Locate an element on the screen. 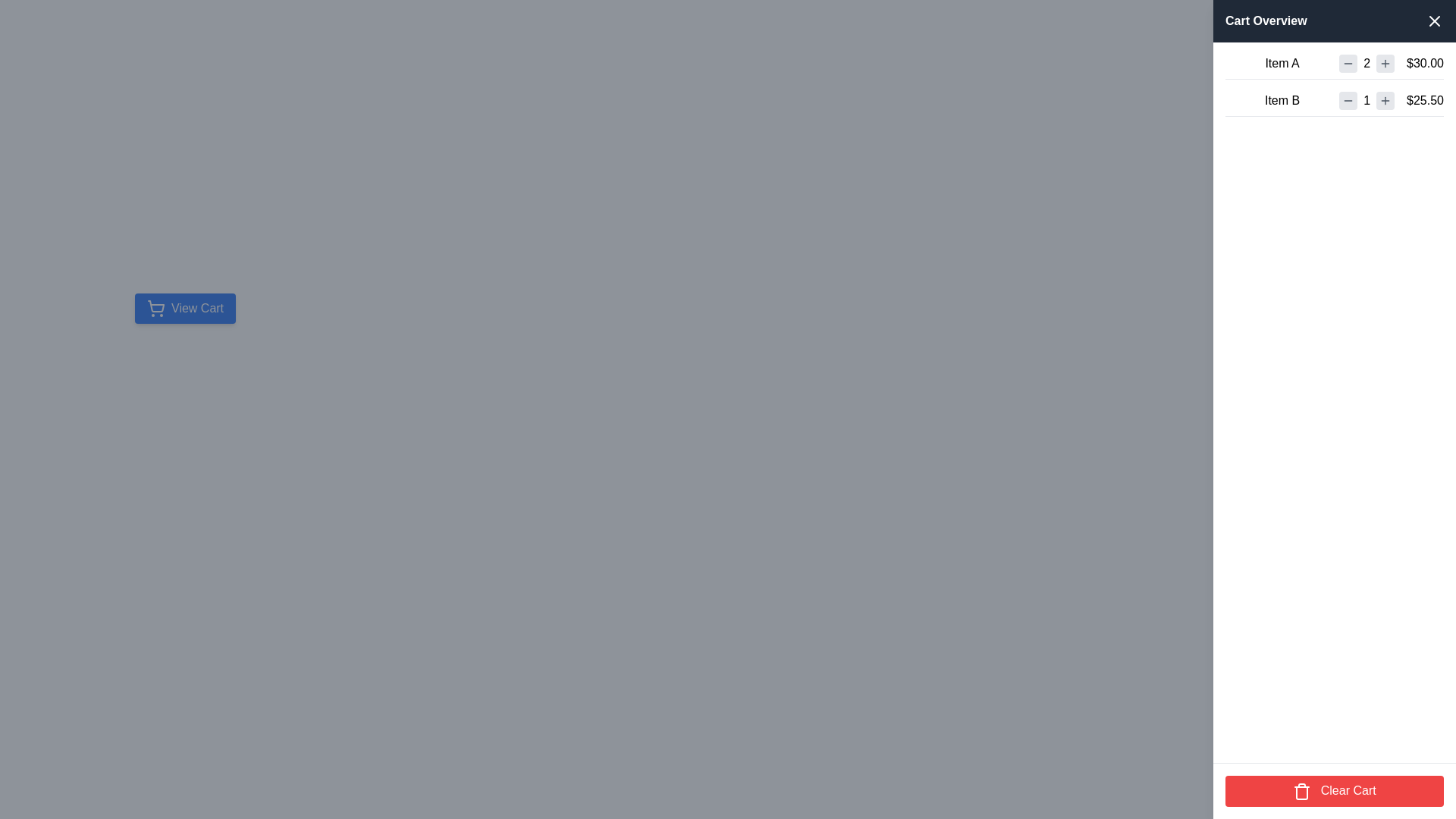  the gray Decrement Button with a minus sign located in the cart overview panel to reduce the quantity of 'Item B' is located at coordinates (1348, 100).